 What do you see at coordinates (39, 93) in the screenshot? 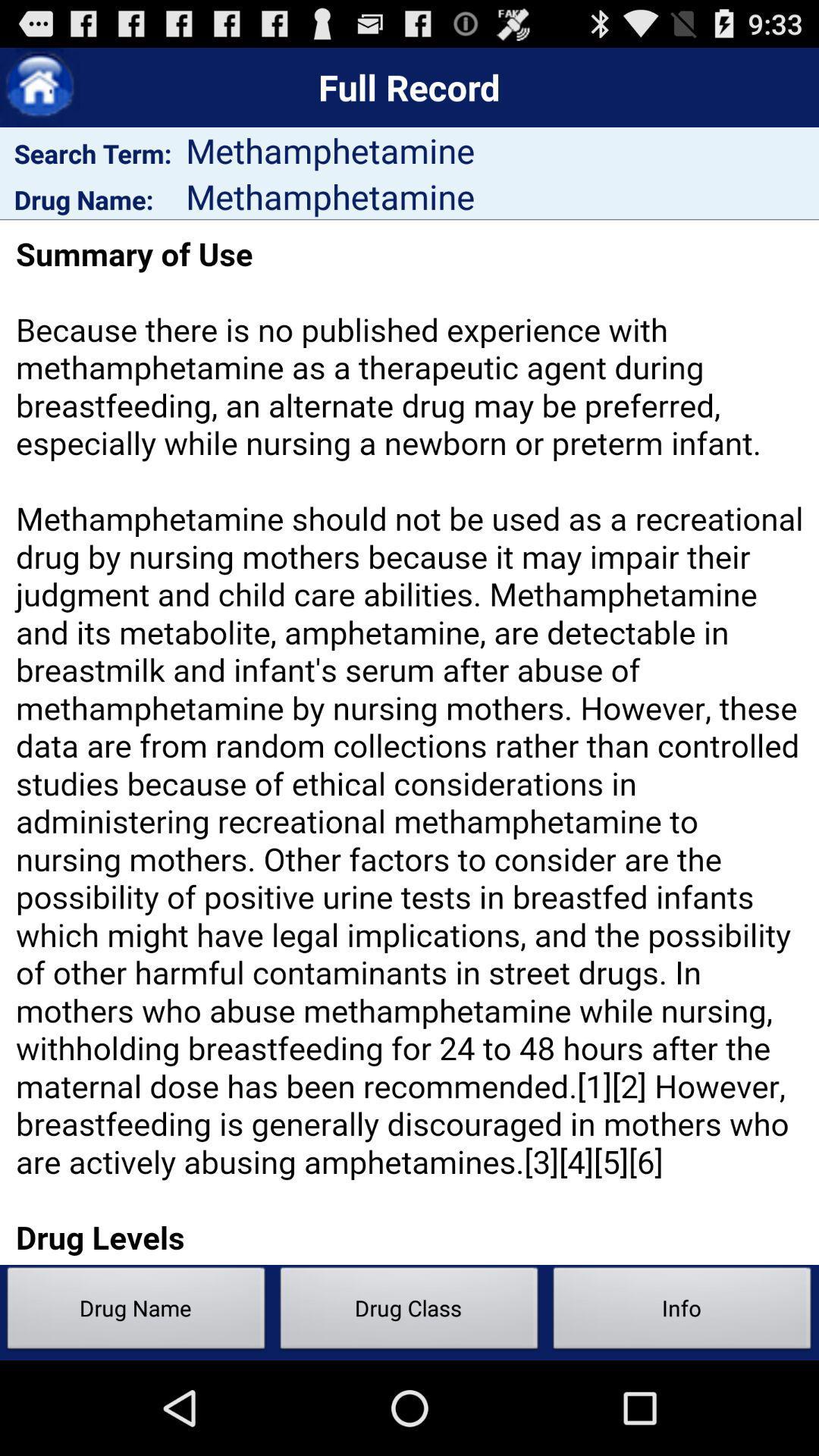
I see `the home icon` at bounding box center [39, 93].